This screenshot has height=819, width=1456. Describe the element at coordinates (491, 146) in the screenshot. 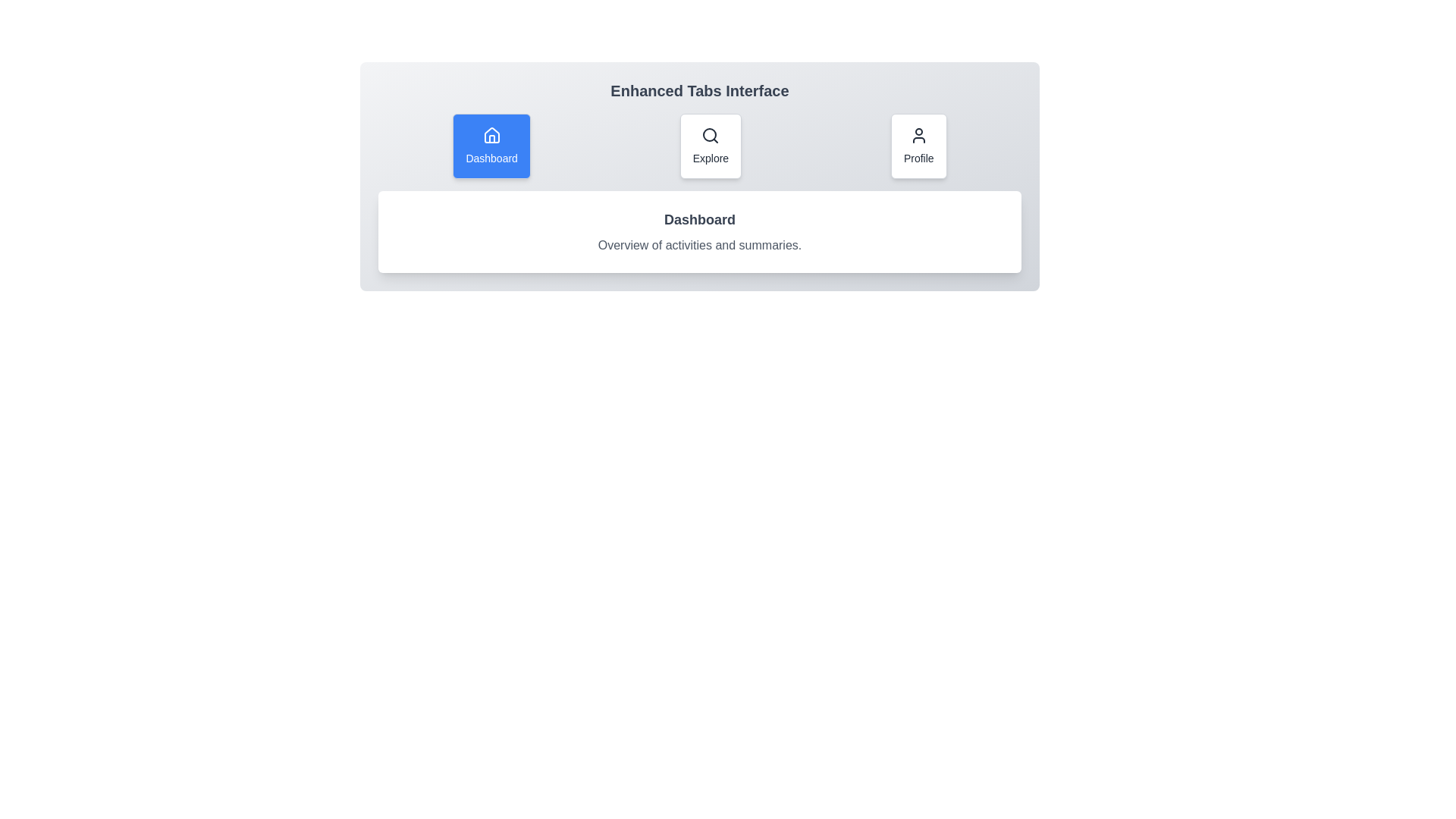

I see `the Dashboard tab by clicking the corresponding button` at that location.